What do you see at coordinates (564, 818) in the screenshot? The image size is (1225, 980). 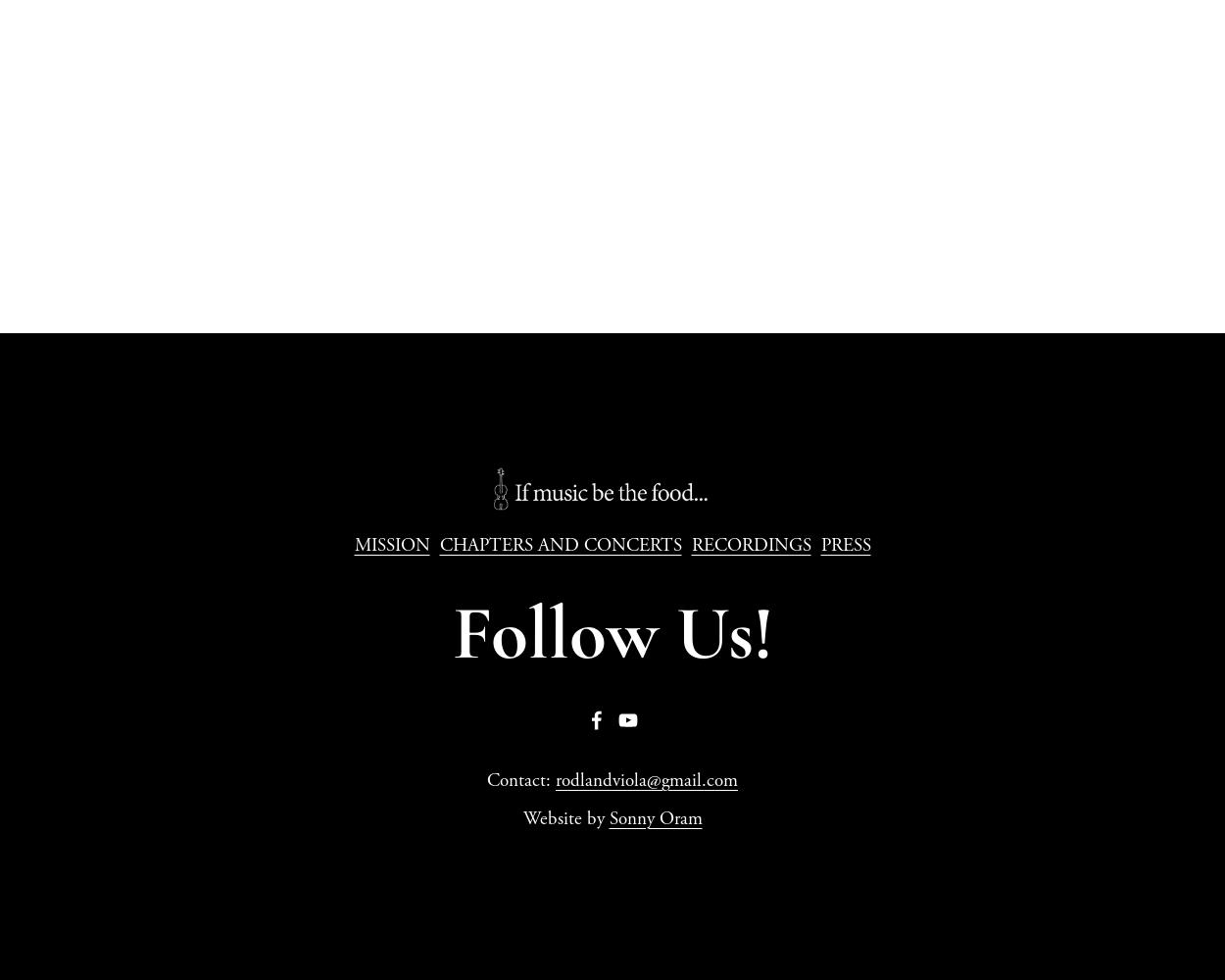 I see `'Website by'` at bounding box center [564, 818].